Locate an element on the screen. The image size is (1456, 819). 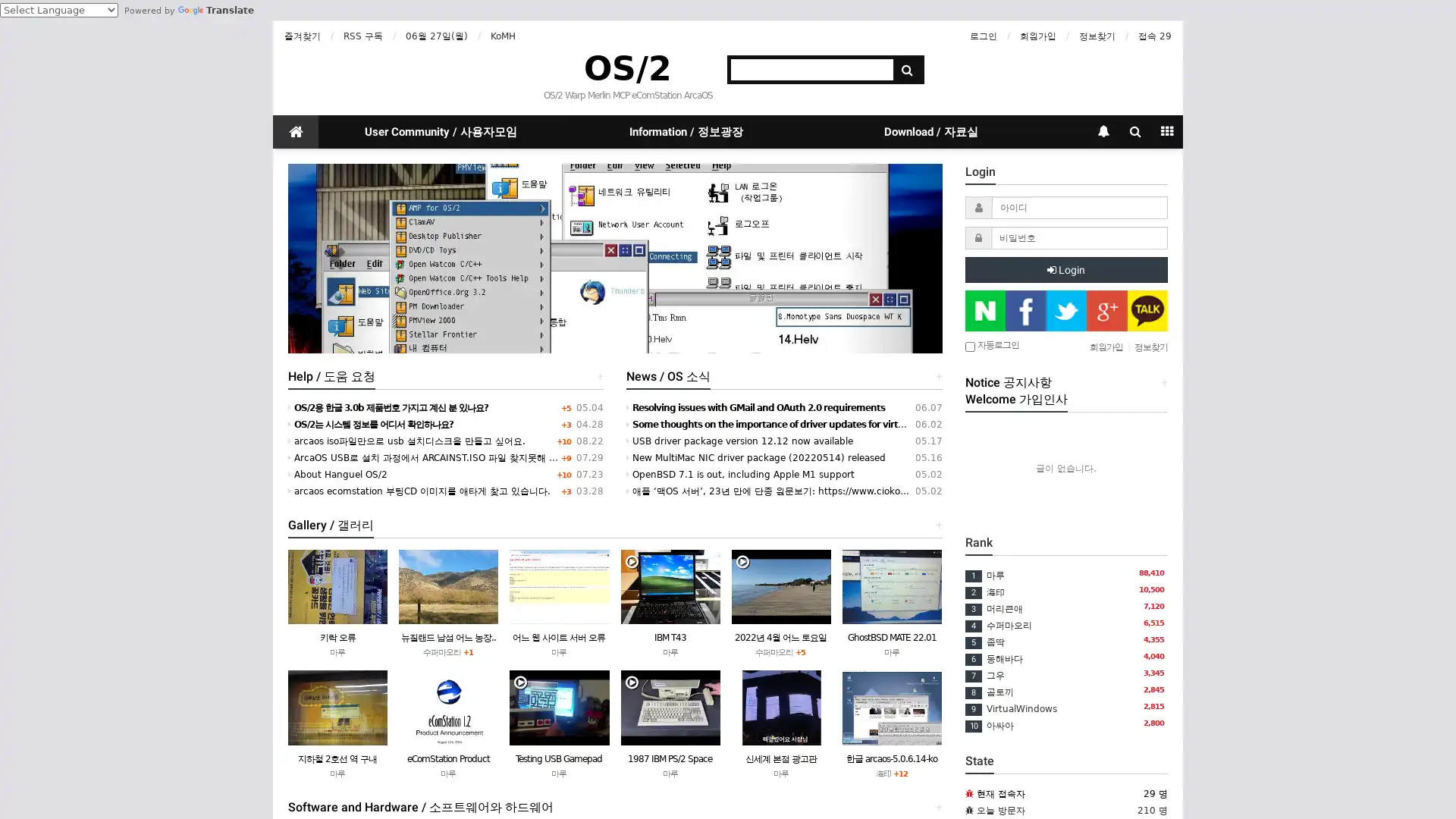
Login is located at coordinates (1065, 268).